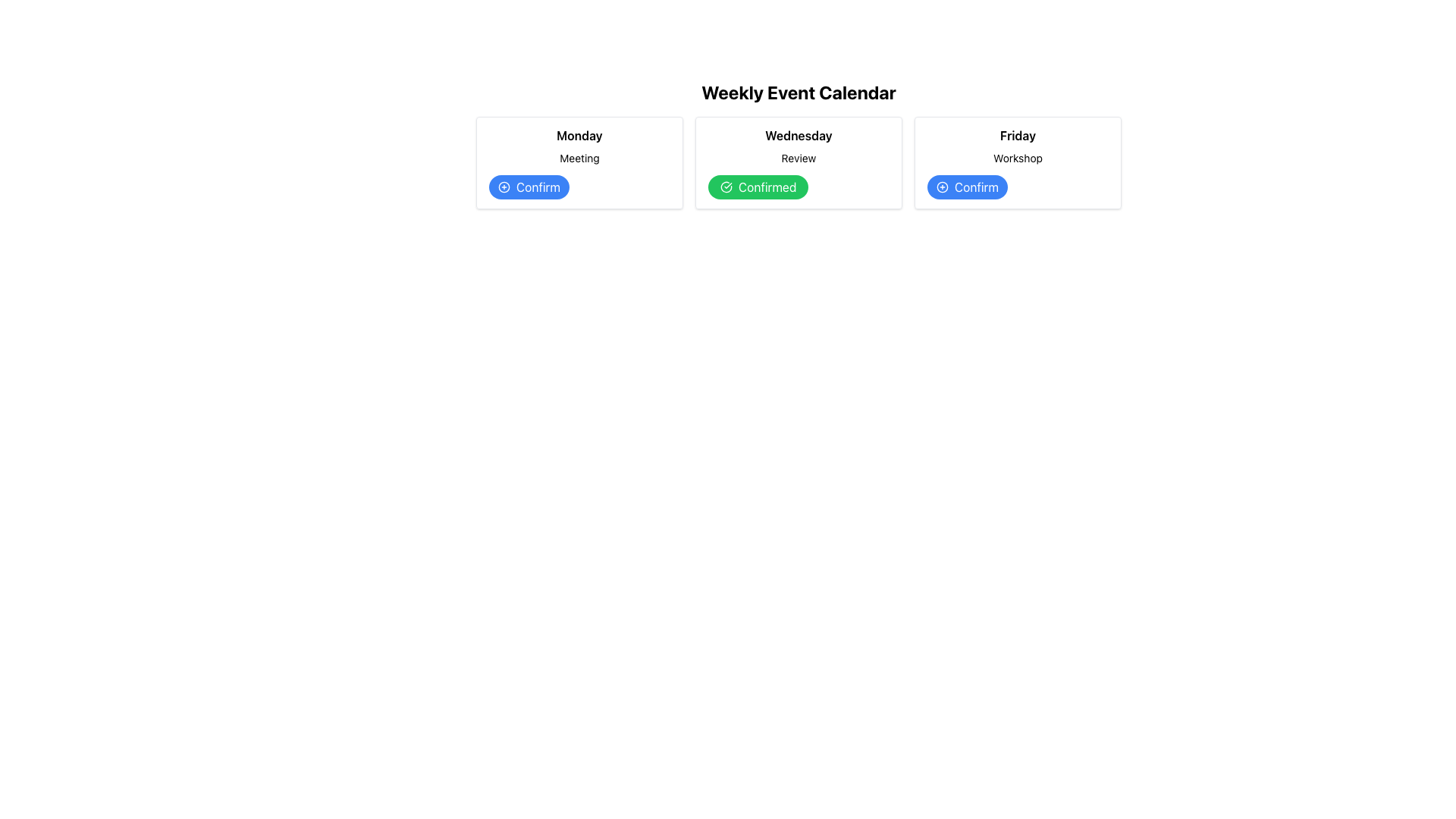 Image resolution: width=1456 pixels, height=819 pixels. Describe the element at coordinates (967, 186) in the screenshot. I see `the 'Confirm' button with rounded edges and blue background located in the 'Friday' event section to confirm the action` at that location.